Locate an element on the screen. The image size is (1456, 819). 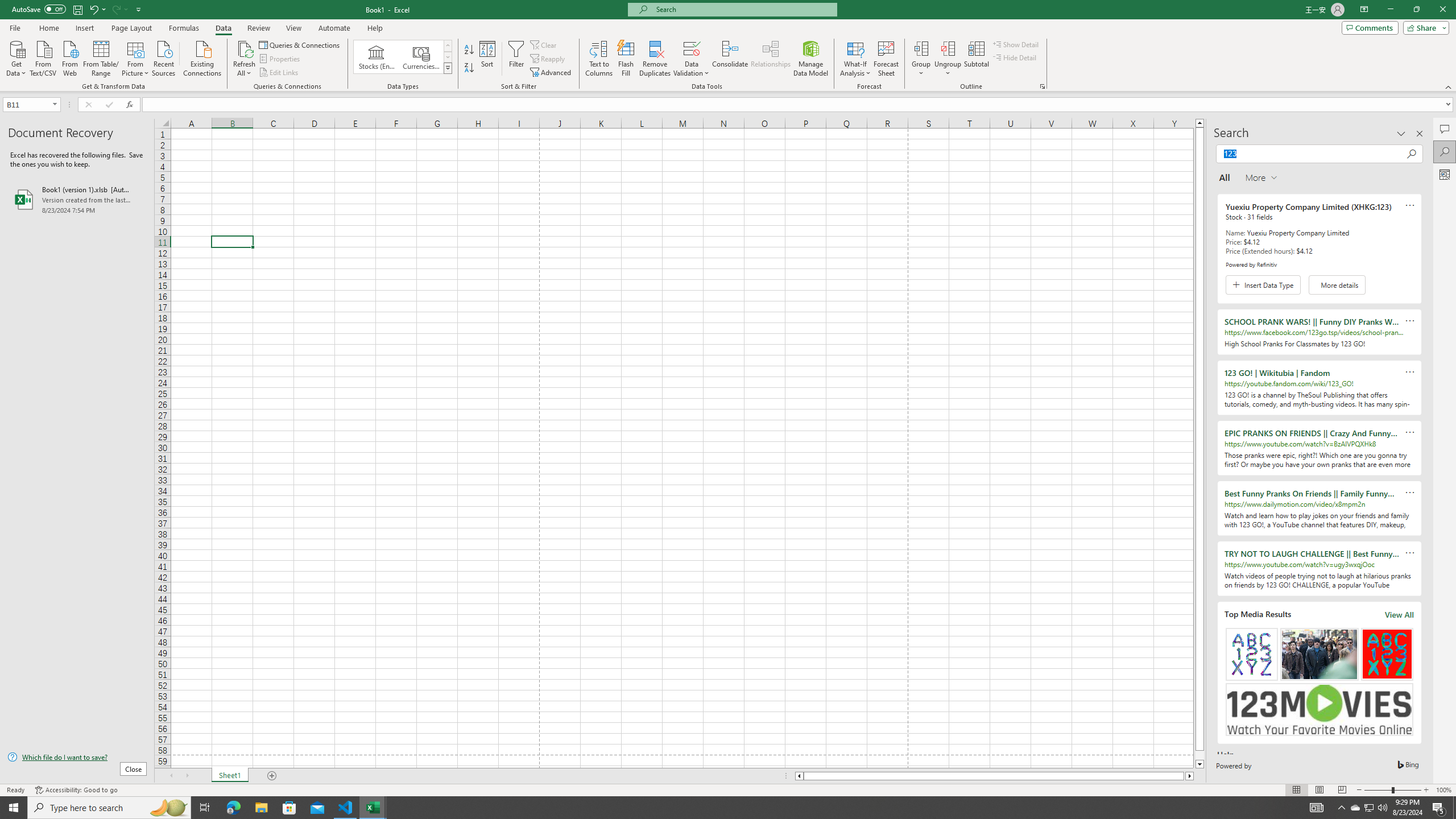
'Line up' is located at coordinates (1199, 122).